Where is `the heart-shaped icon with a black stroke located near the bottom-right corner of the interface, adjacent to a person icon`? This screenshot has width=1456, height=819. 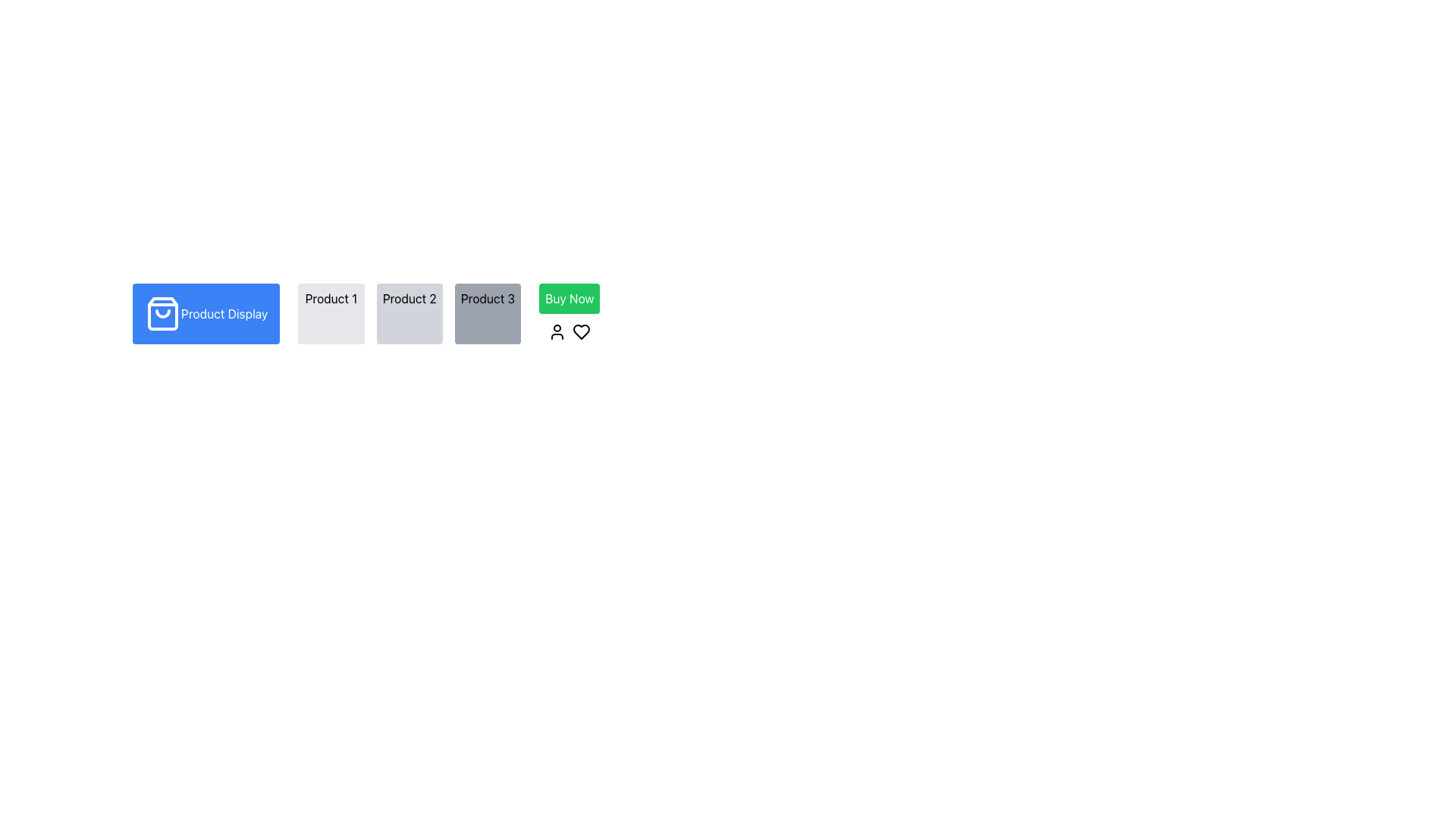 the heart-shaped icon with a black stroke located near the bottom-right corner of the interface, adjacent to a person icon is located at coordinates (581, 331).